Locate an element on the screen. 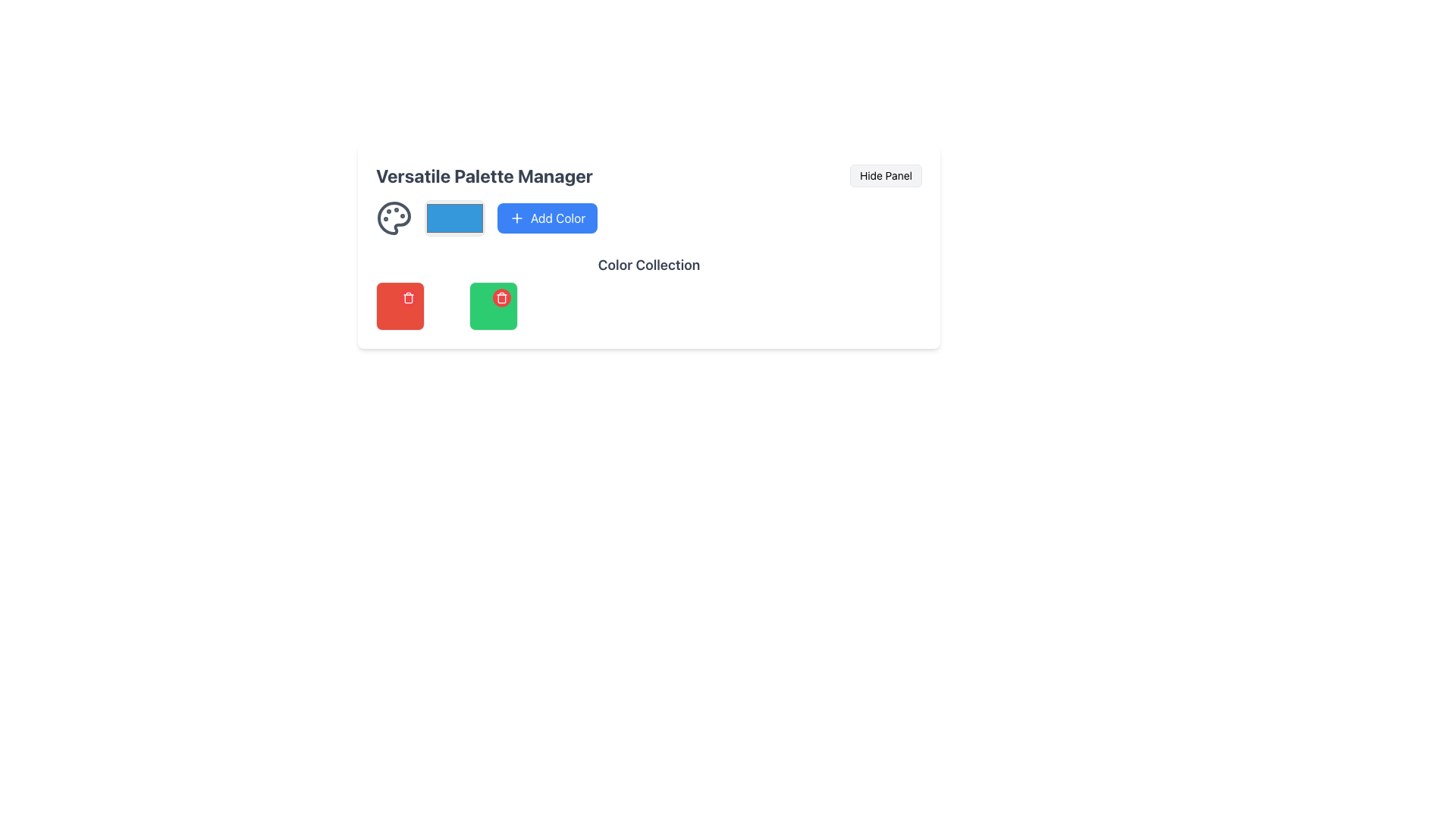  the text label 'Versatile Palette Manager', which is styled in bold dark gray against a light background and serves as a title header is located at coordinates (483, 174).